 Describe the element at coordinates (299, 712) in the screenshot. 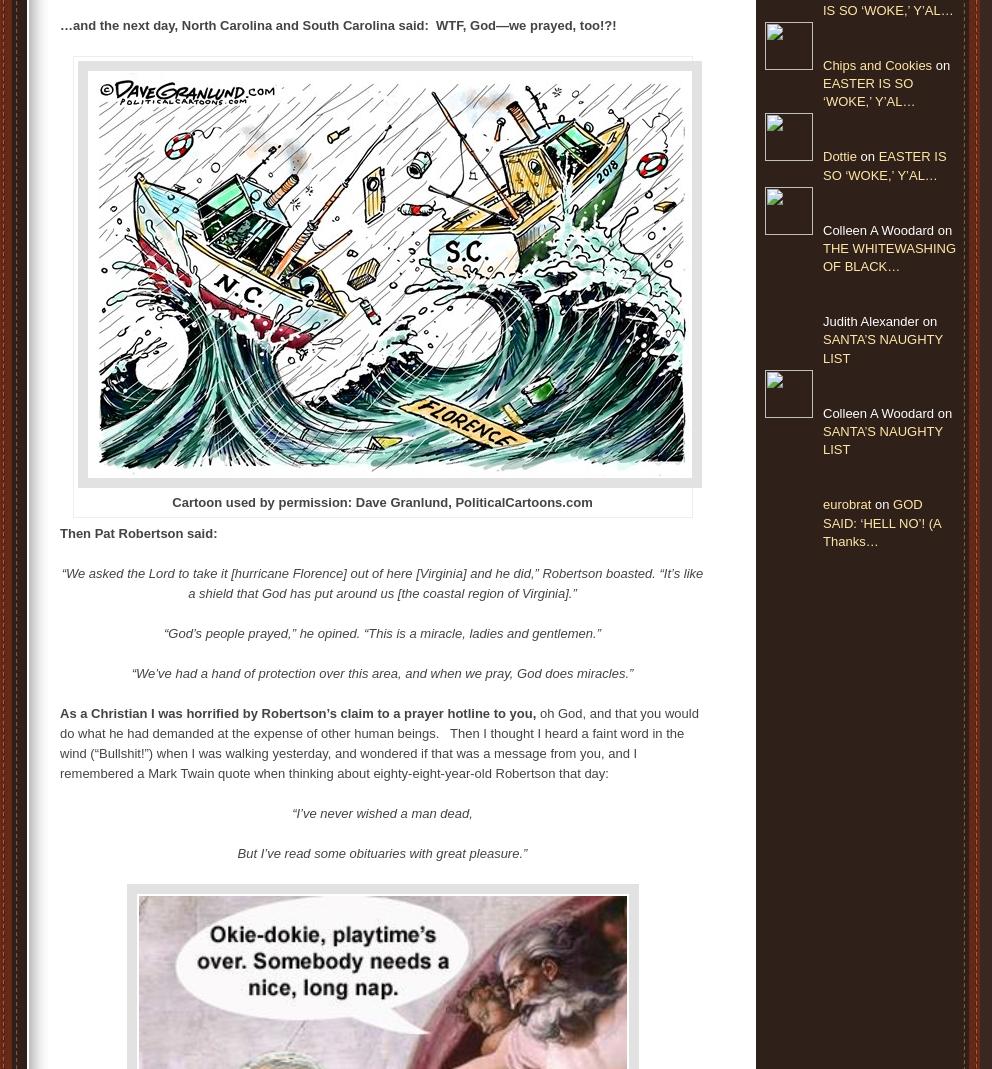

I see `'As a Christian I was horrified by Robertson’s claim to a prayer hotline to you,'` at that location.